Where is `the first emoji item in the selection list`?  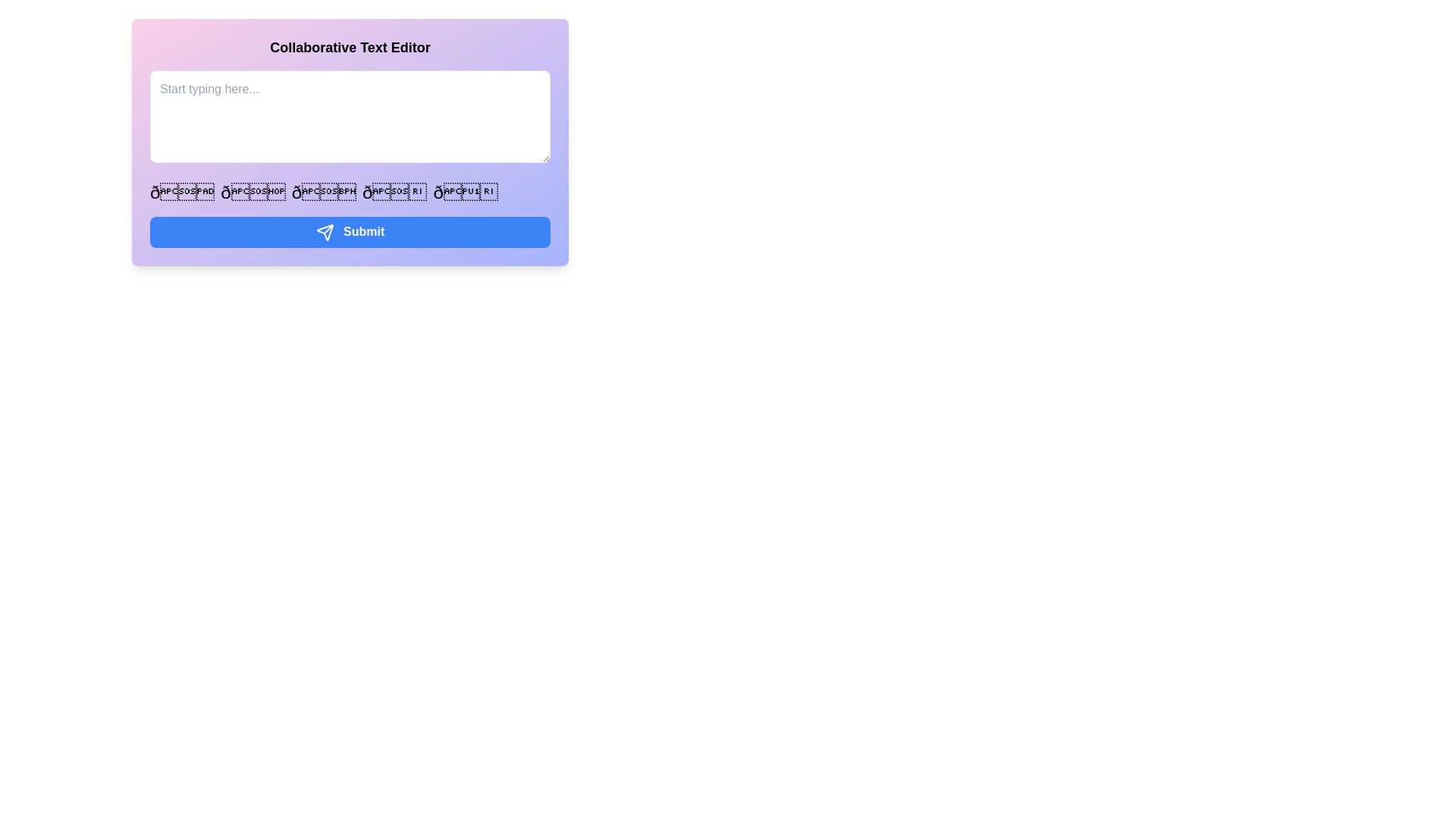 the first emoji item in the selection list is located at coordinates (182, 192).